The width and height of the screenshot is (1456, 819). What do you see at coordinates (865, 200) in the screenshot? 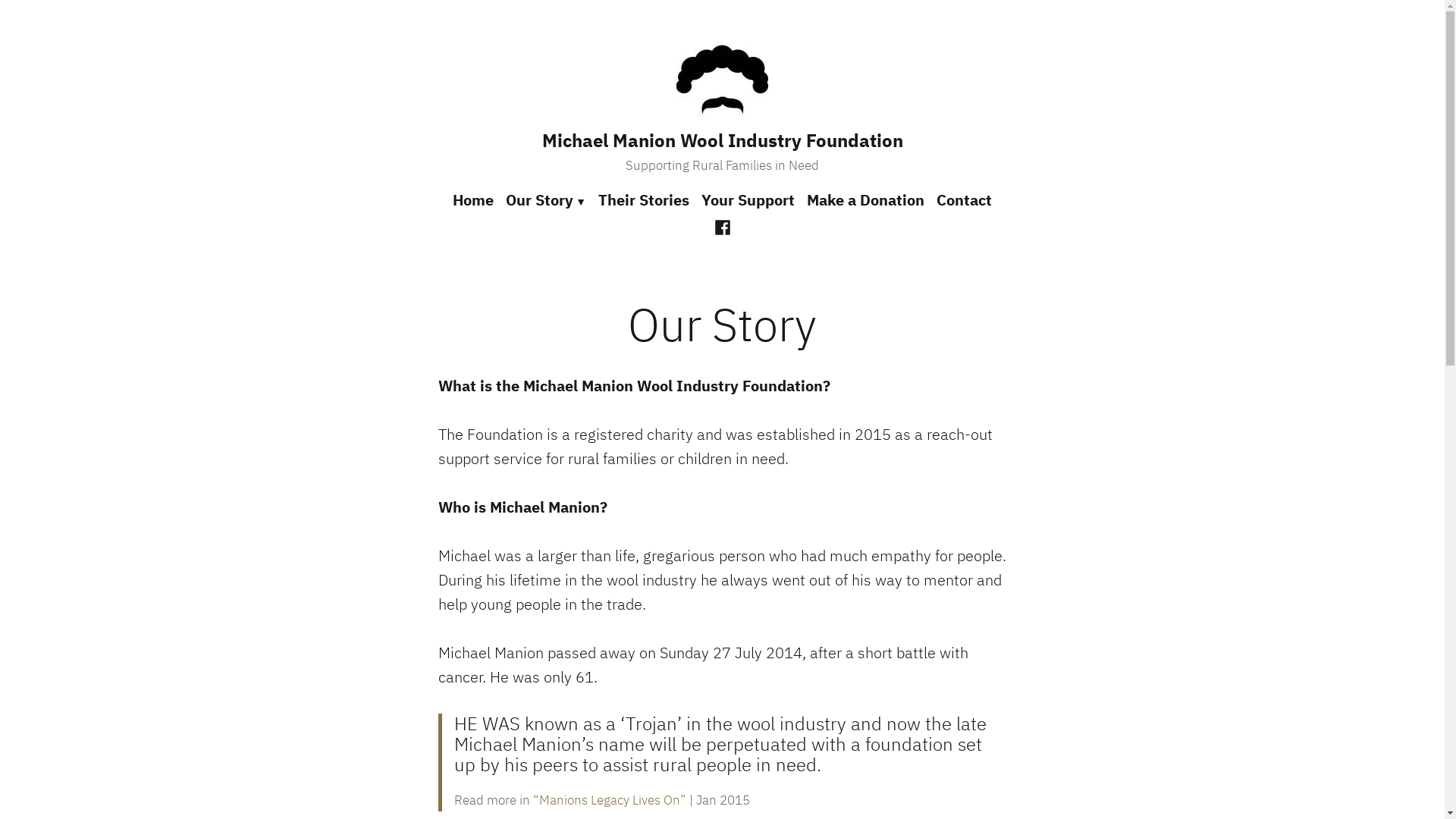
I see `'Make a Donation'` at bounding box center [865, 200].